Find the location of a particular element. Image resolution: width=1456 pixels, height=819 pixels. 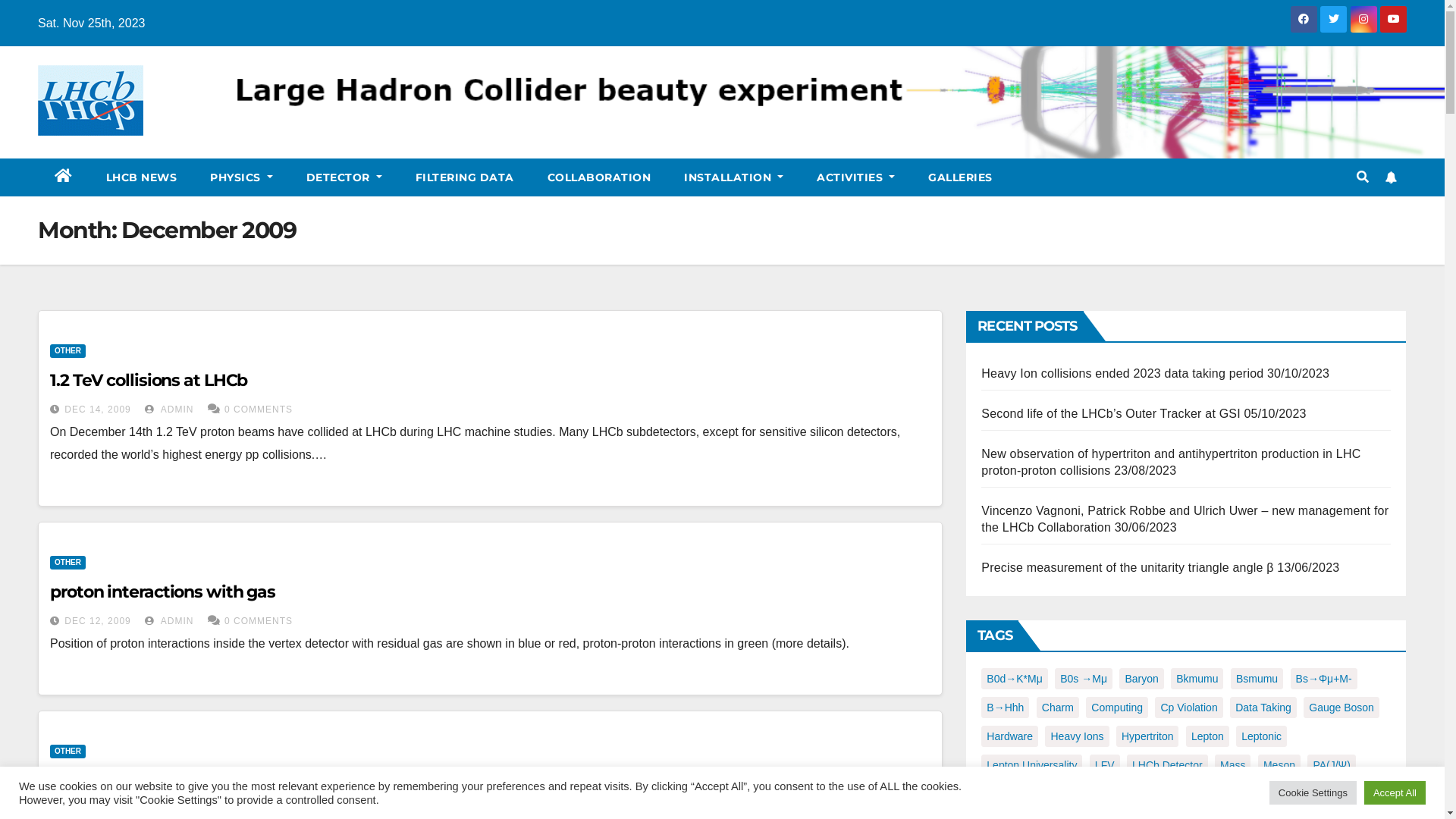

'Cookie Settings' is located at coordinates (1312, 792).